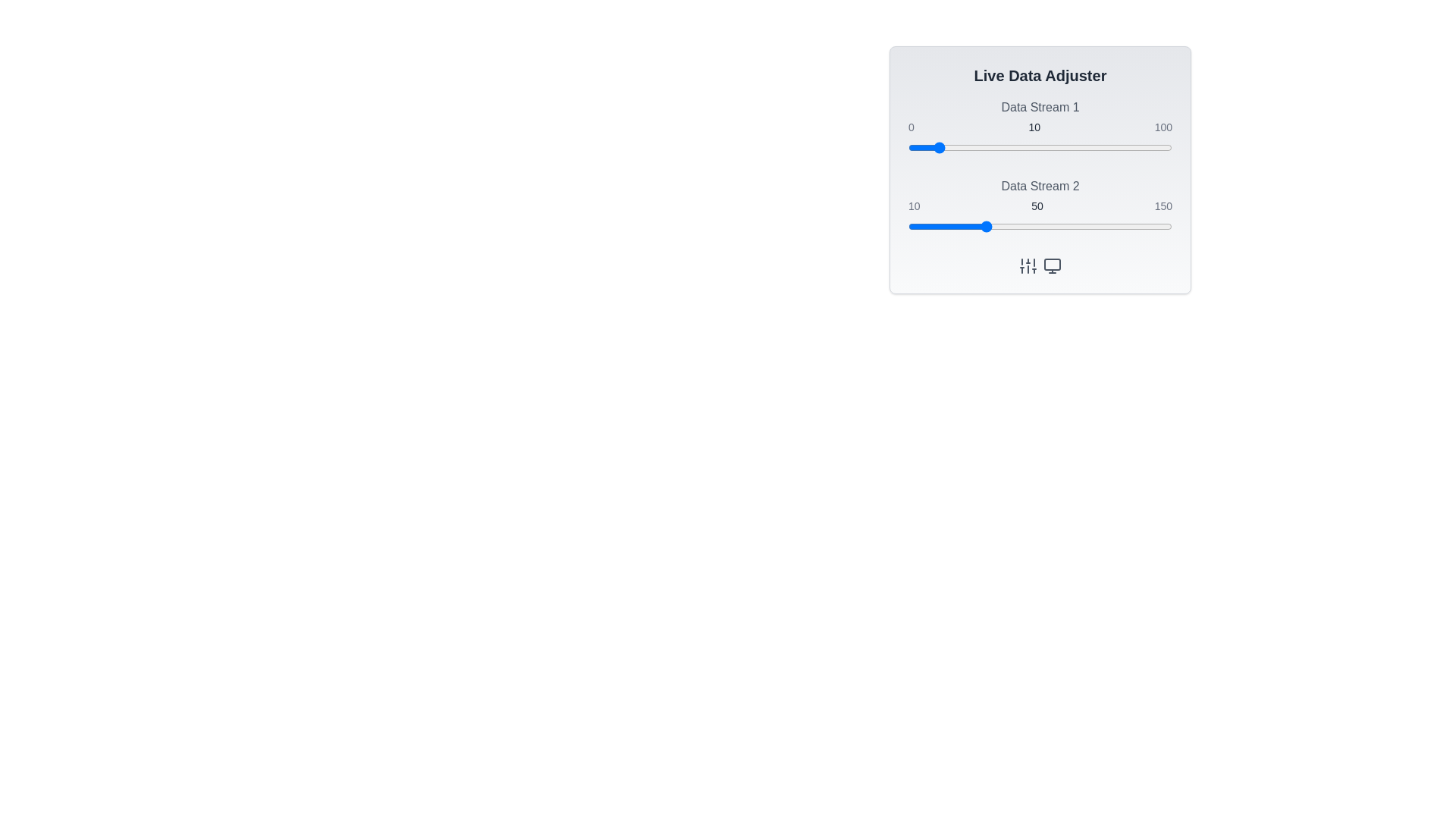 This screenshot has height=819, width=1456. Describe the element at coordinates (1028, 265) in the screenshot. I see `the vertical sliders icon button located at the bottom-right of the panel` at that location.